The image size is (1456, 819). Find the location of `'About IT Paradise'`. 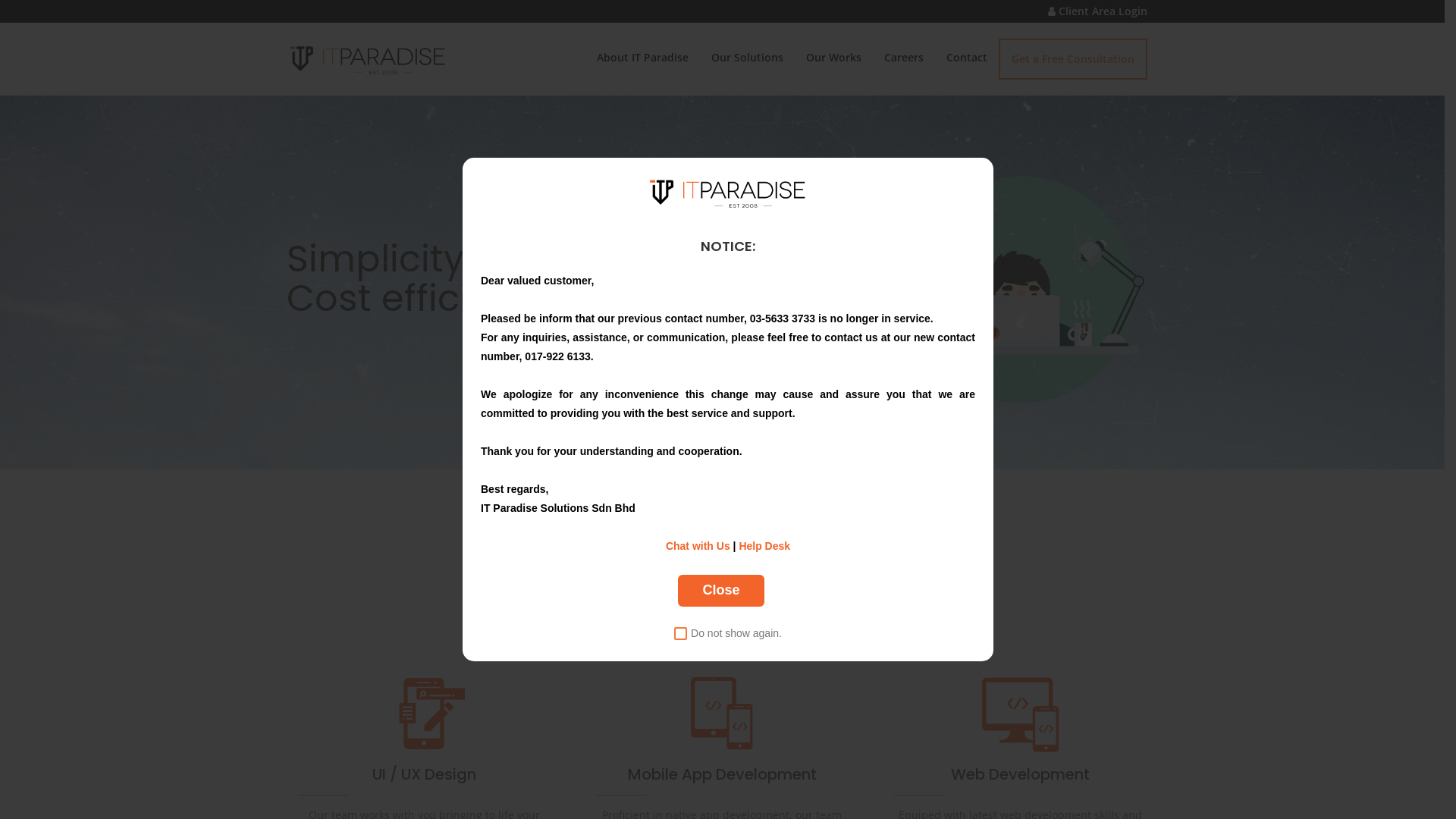

'About IT Paradise' is located at coordinates (642, 57).